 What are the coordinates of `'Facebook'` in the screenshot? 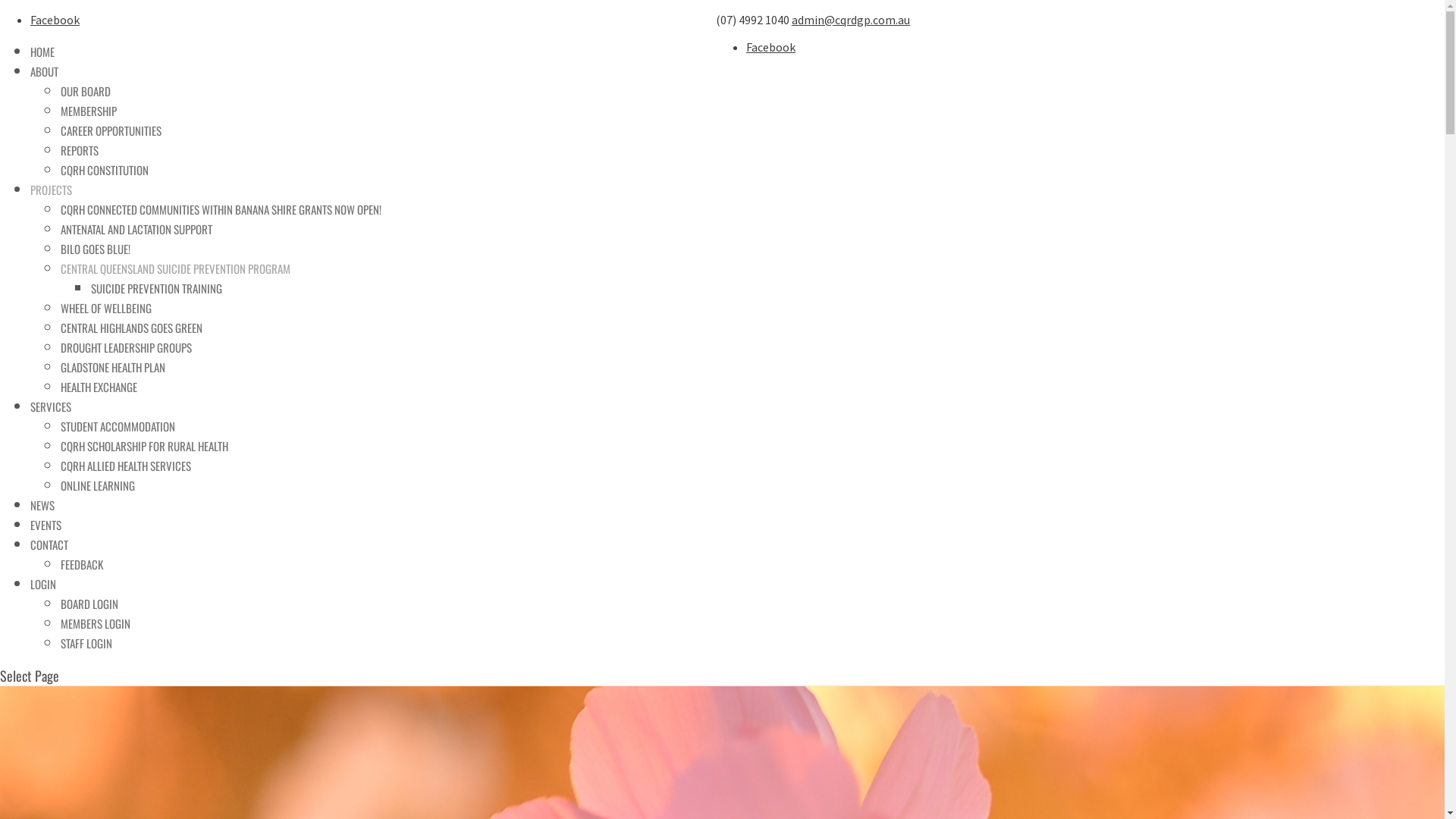 It's located at (770, 45).